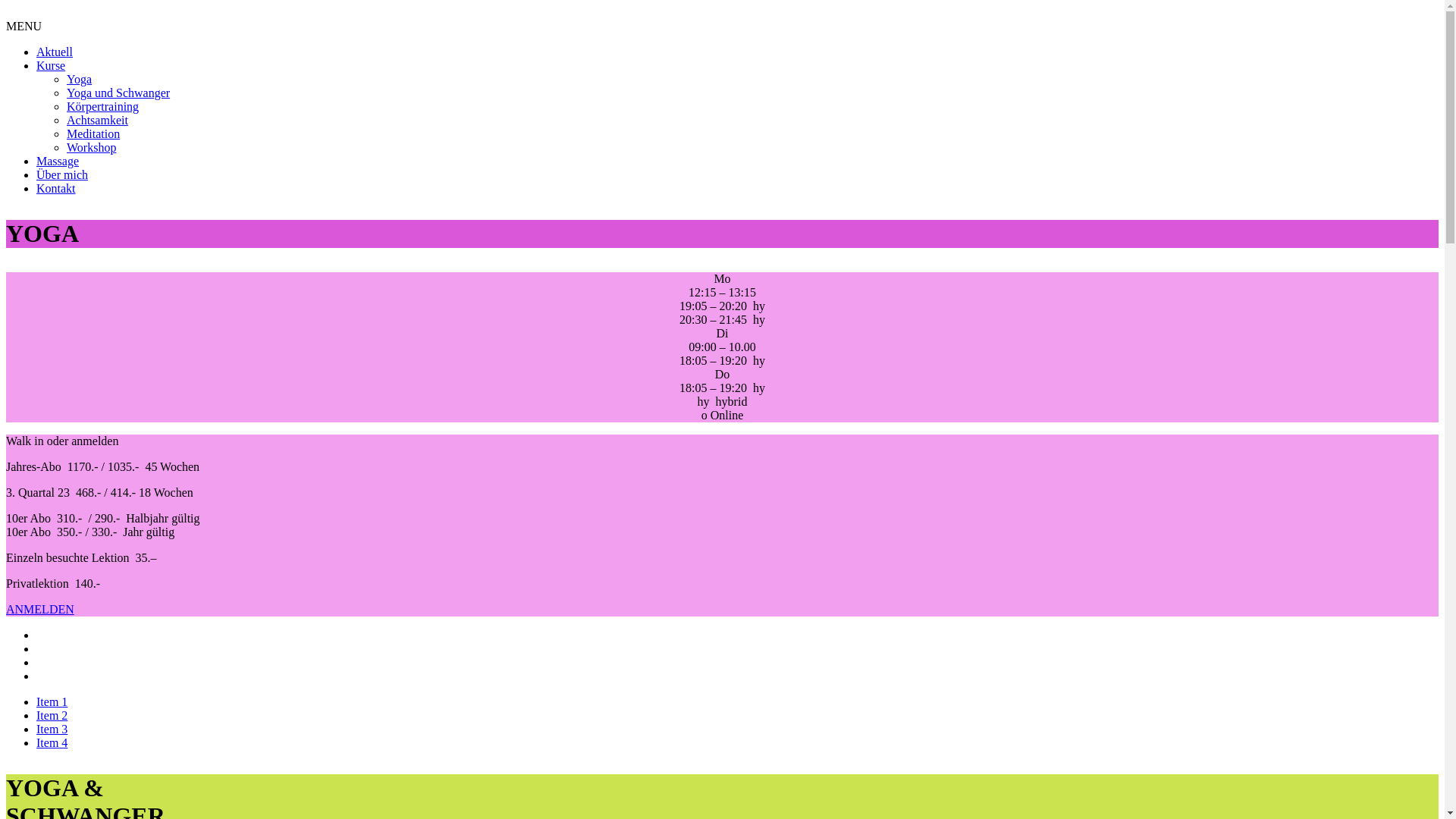 The image size is (1456, 819). What do you see at coordinates (52, 728) in the screenshot?
I see `'Item 3'` at bounding box center [52, 728].